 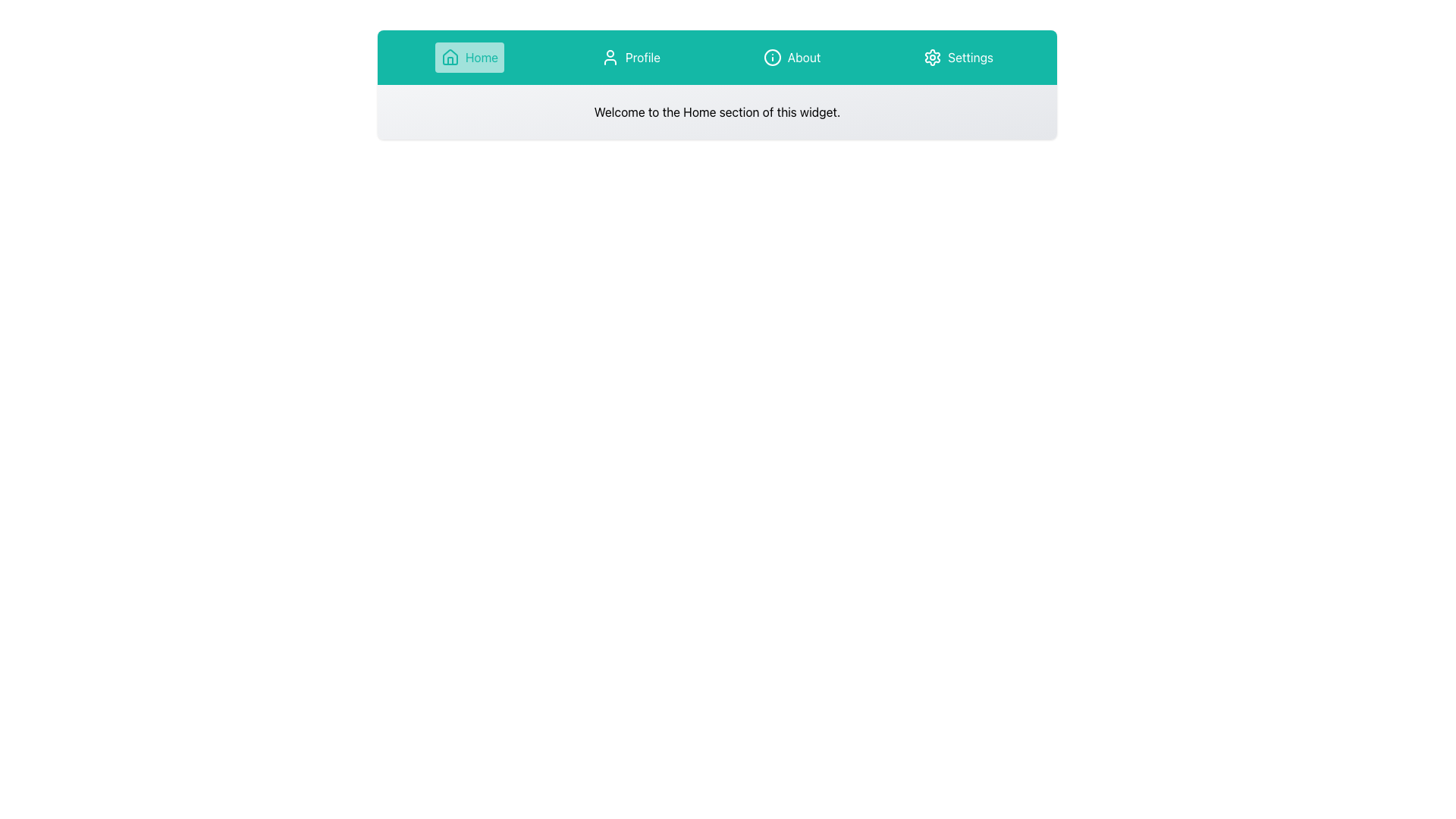 What do you see at coordinates (642, 57) in the screenshot?
I see `text 'Profile' displayed in white on a teal background within the top navigation bar, located to the right of the user icon` at bounding box center [642, 57].